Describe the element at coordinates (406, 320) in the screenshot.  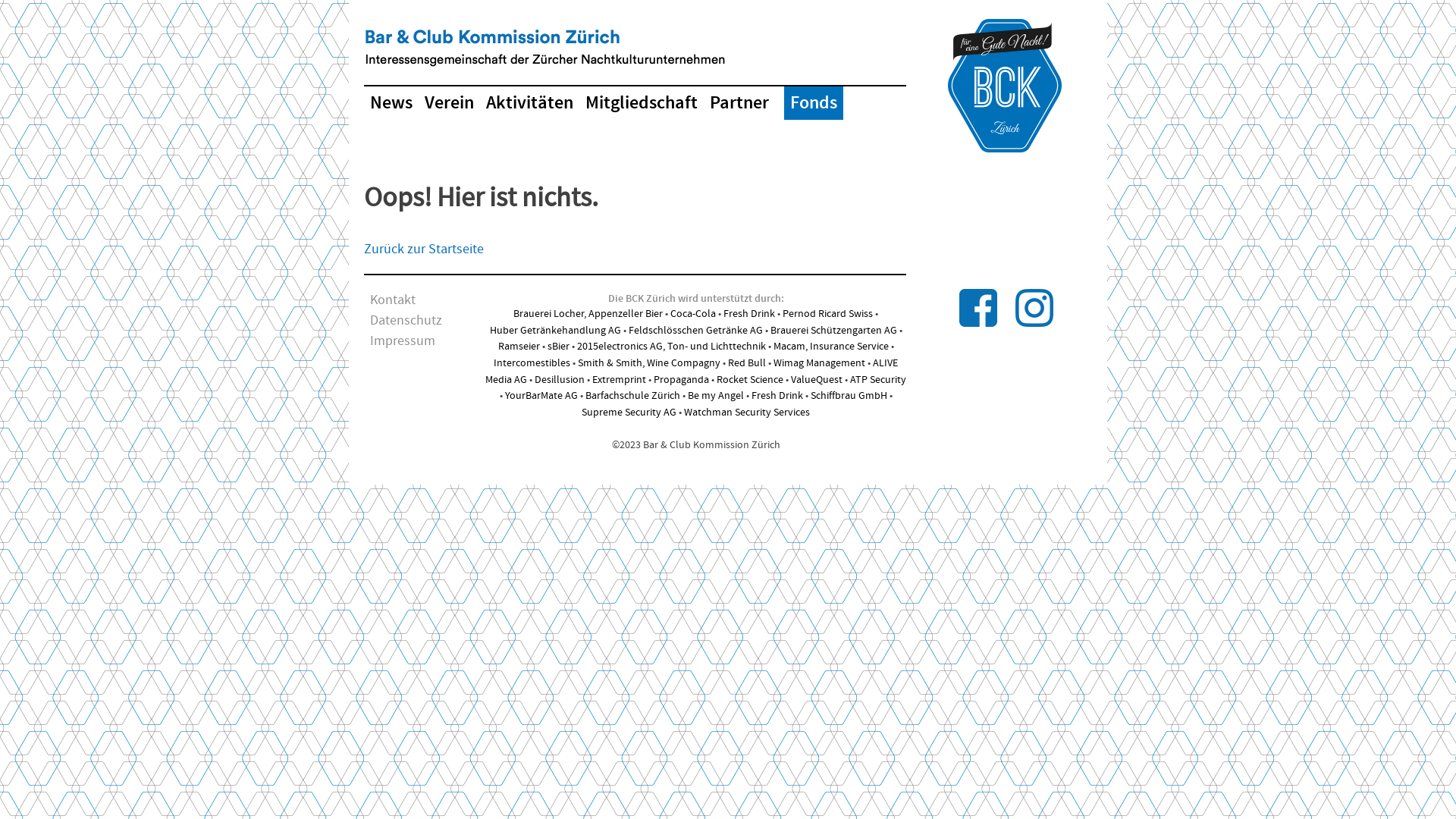
I see `'Datenschutz'` at that location.